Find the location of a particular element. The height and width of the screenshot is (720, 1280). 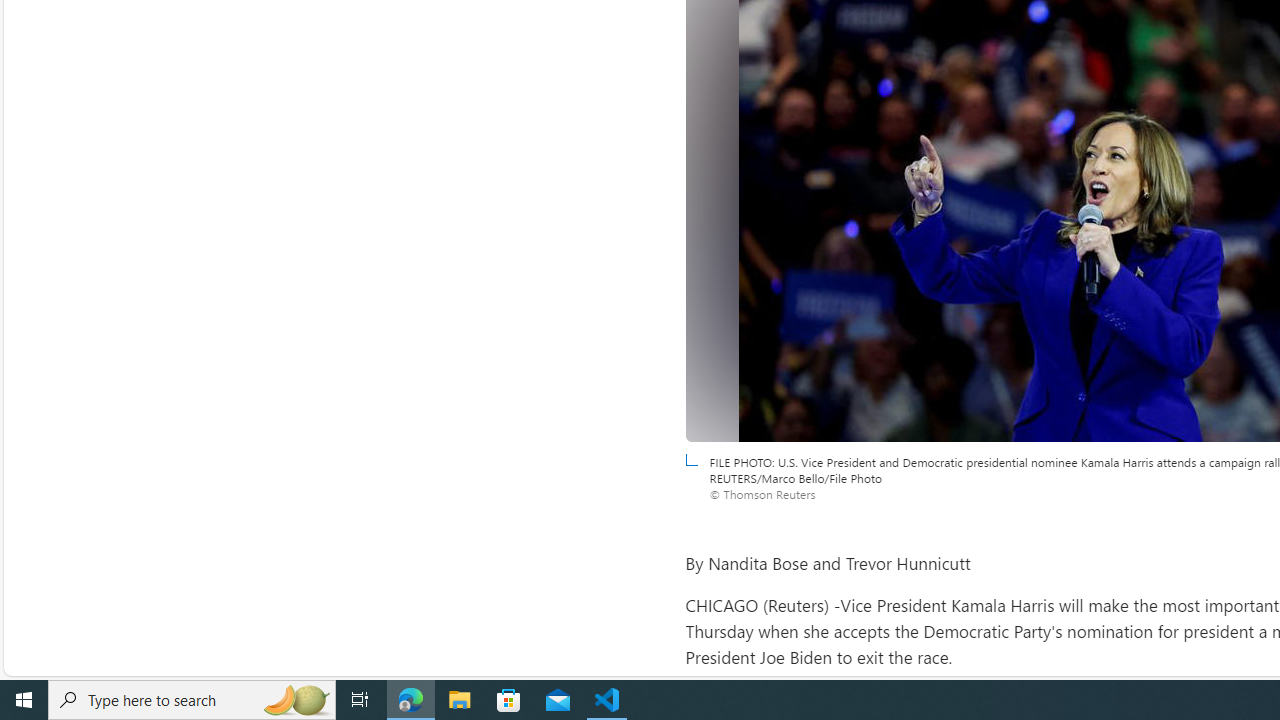

'Microsoft Edge - 1 running window' is located at coordinates (410, 698).